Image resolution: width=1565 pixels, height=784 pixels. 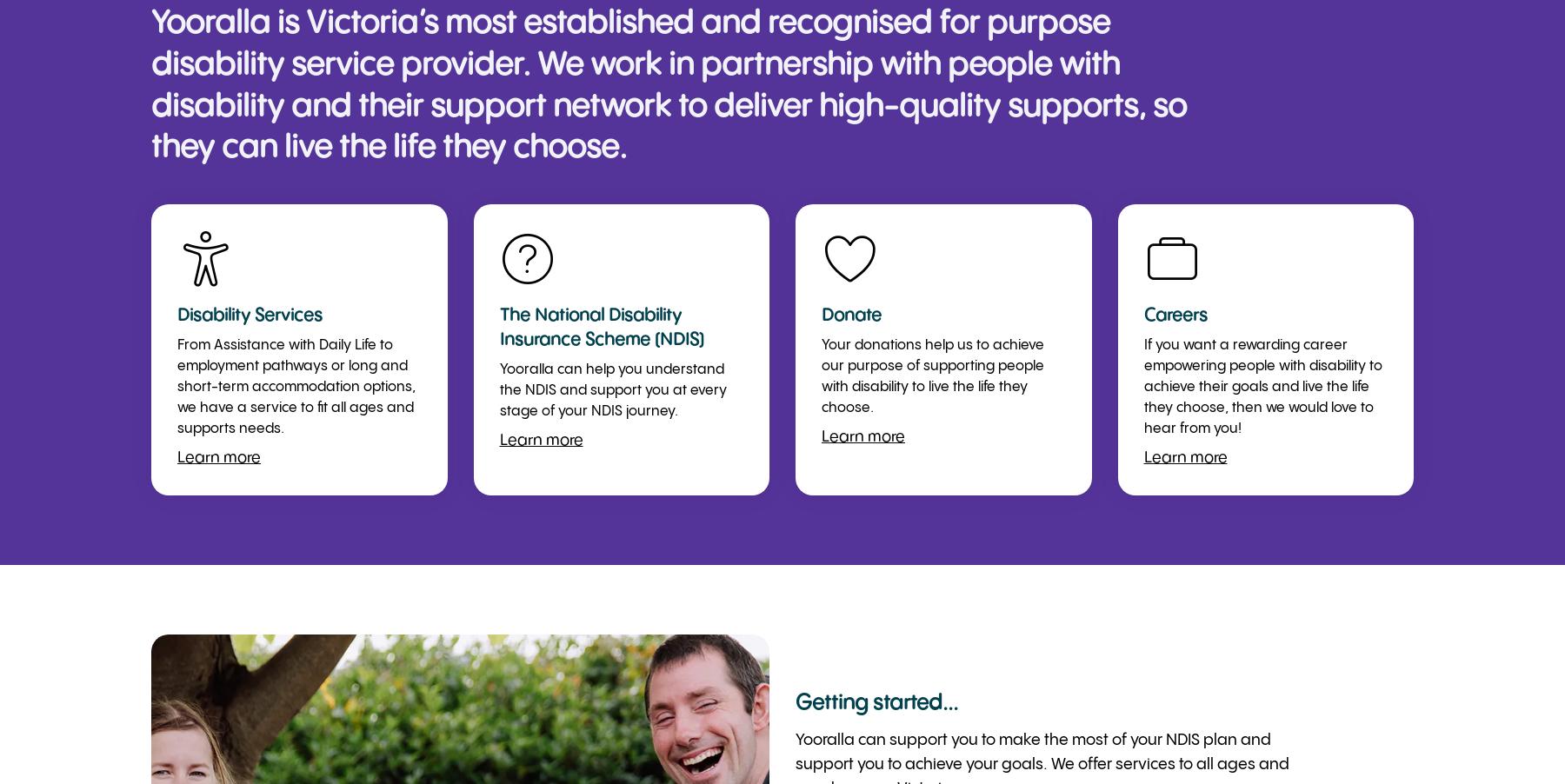 I want to click on 'Your donations help us to achieve our purpose of supporting people with disability to live the life they choose.', so click(x=932, y=376).